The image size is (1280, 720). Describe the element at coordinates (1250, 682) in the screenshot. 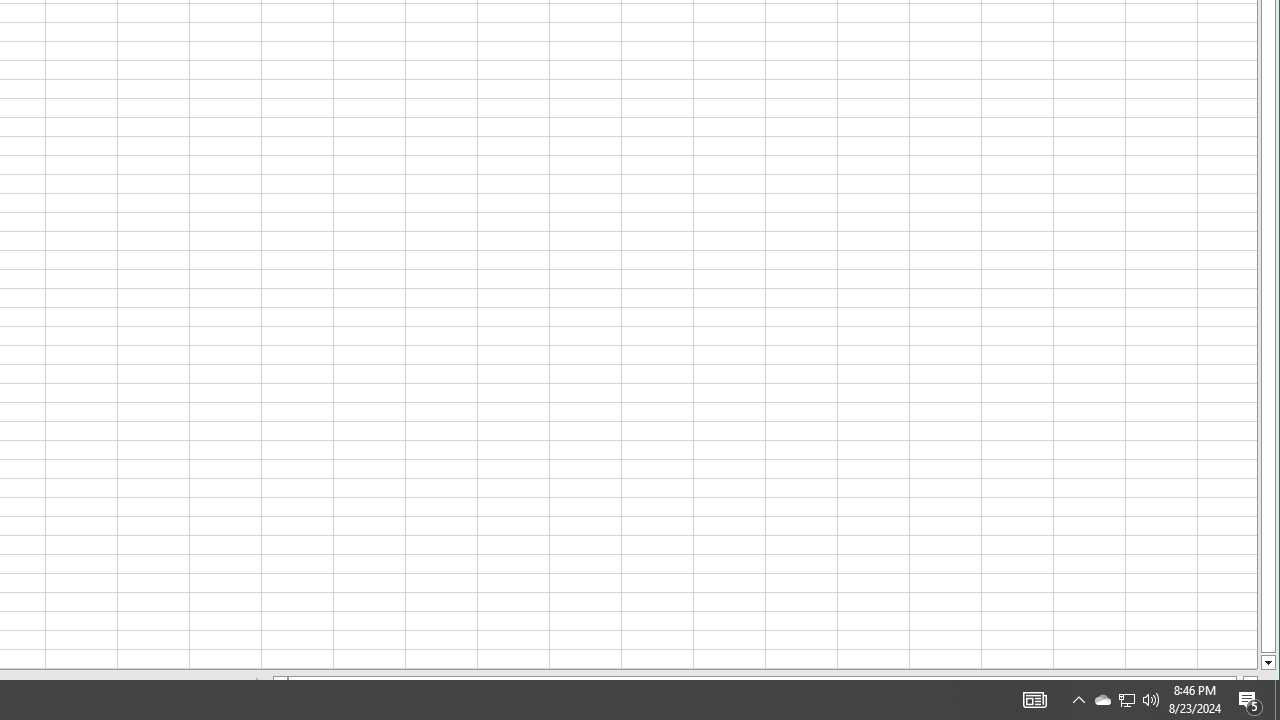

I see `'Column right'` at that location.